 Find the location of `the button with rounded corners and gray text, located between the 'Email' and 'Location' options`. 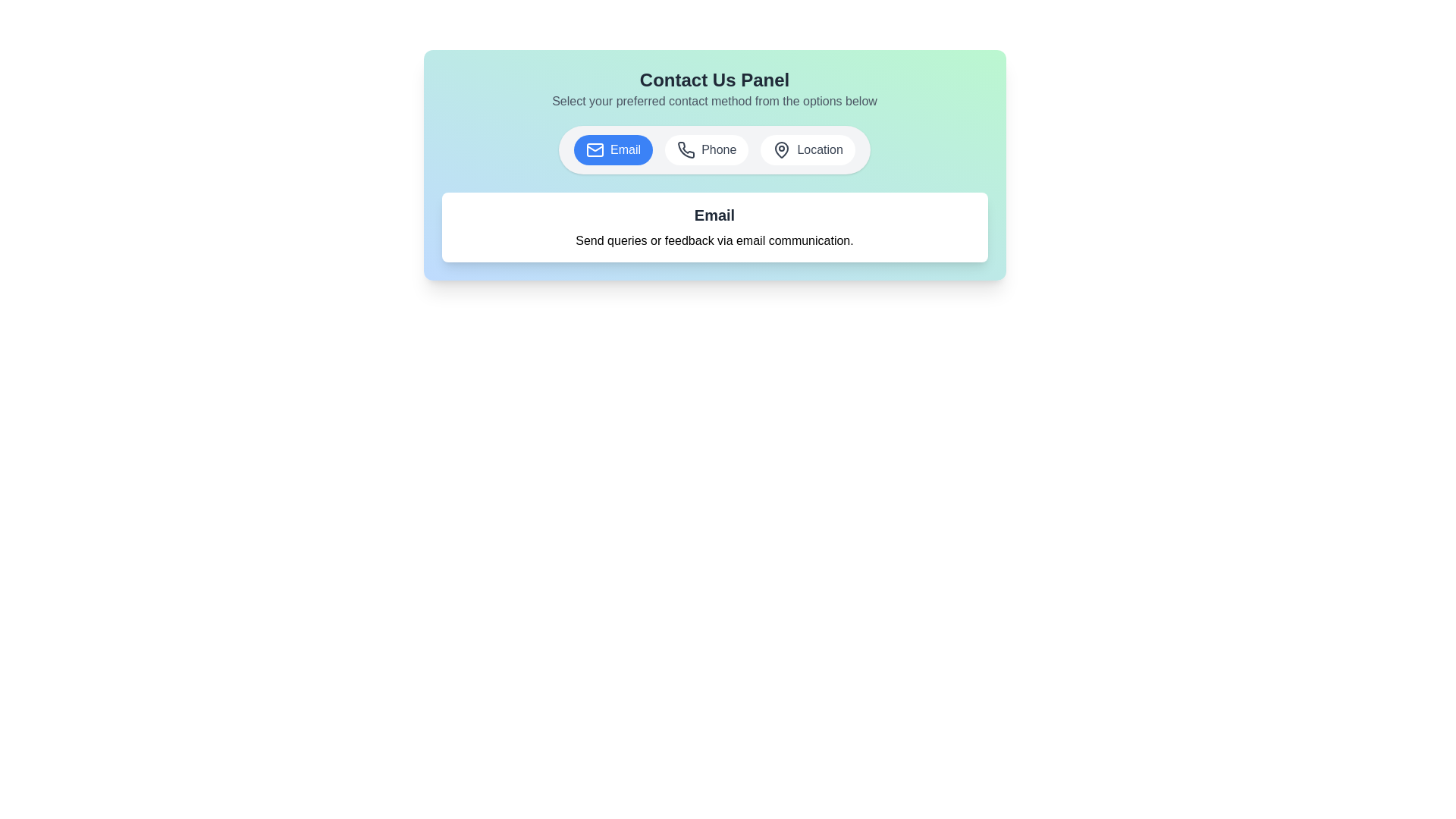

the button with rounded corners and gray text, located between the 'Email' and 'Location' options is located at coordinates (706, 149).